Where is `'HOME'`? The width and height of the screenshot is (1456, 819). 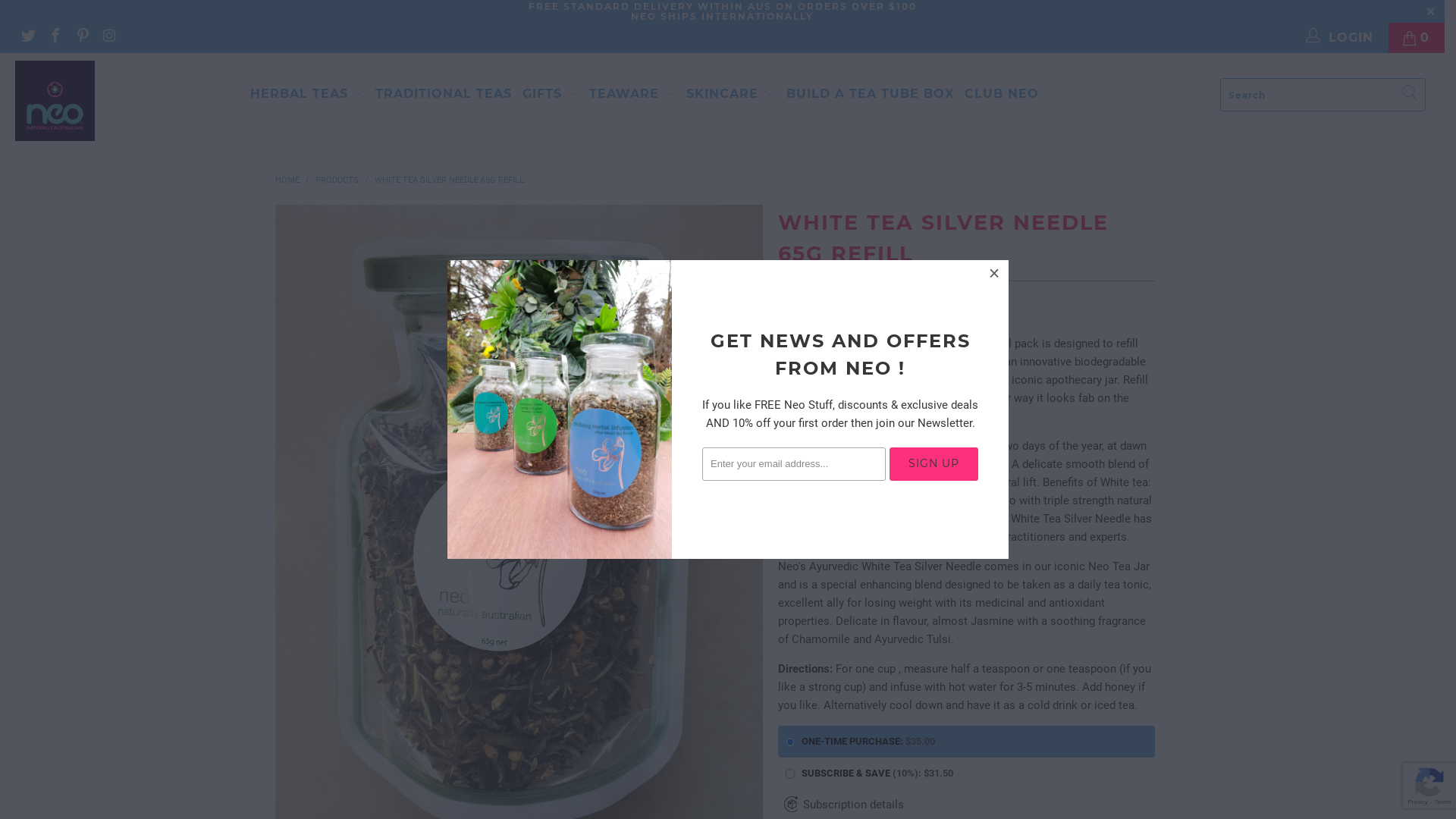 'HOME' is located at coordinates (287, 179).